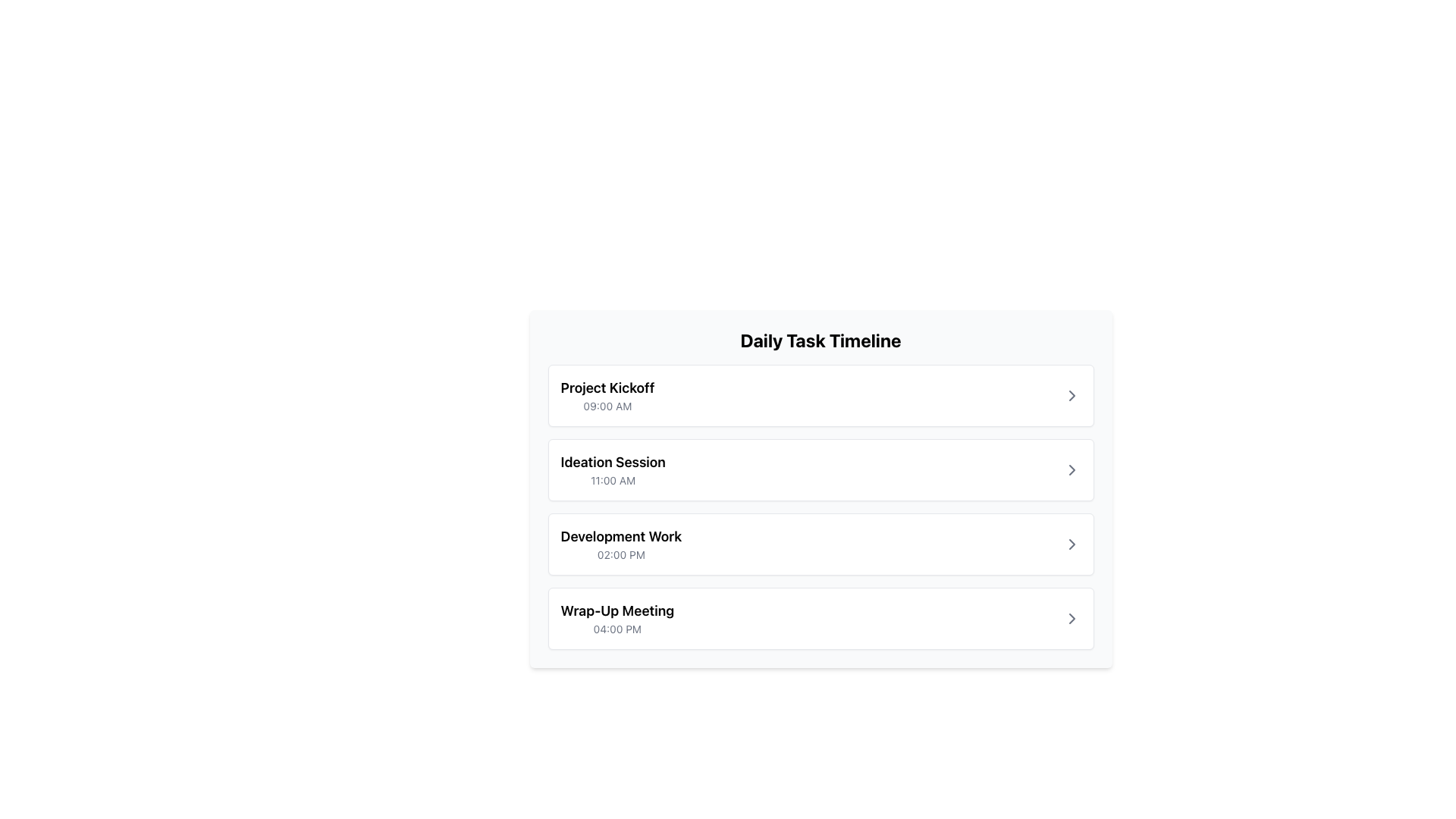 This screenshot has height=819, width=1456. Describe the element at coordinates (1071, 469) in the screenshot. I see `the small right-pointing chevron arrow icon located in the rightmost portion of the 'Daily Task Timeline' list, specifically aligned with the 'Ideation Session' entry` at that location.